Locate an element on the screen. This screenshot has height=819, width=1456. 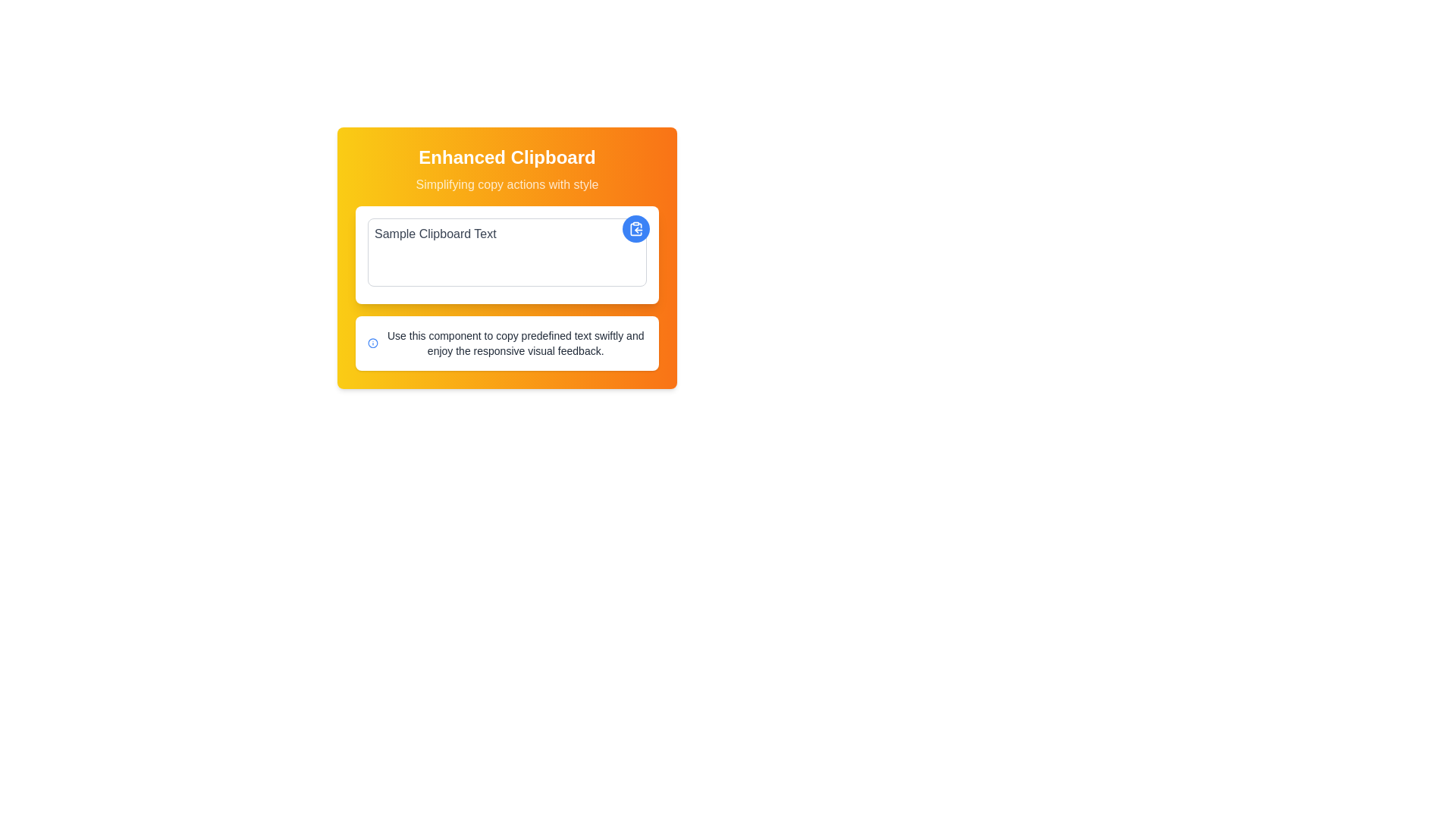
the decorative SVG graphical element located at the center of a small SVG icon in the top left corner of a card-like component is located at coordinates (373, 343).